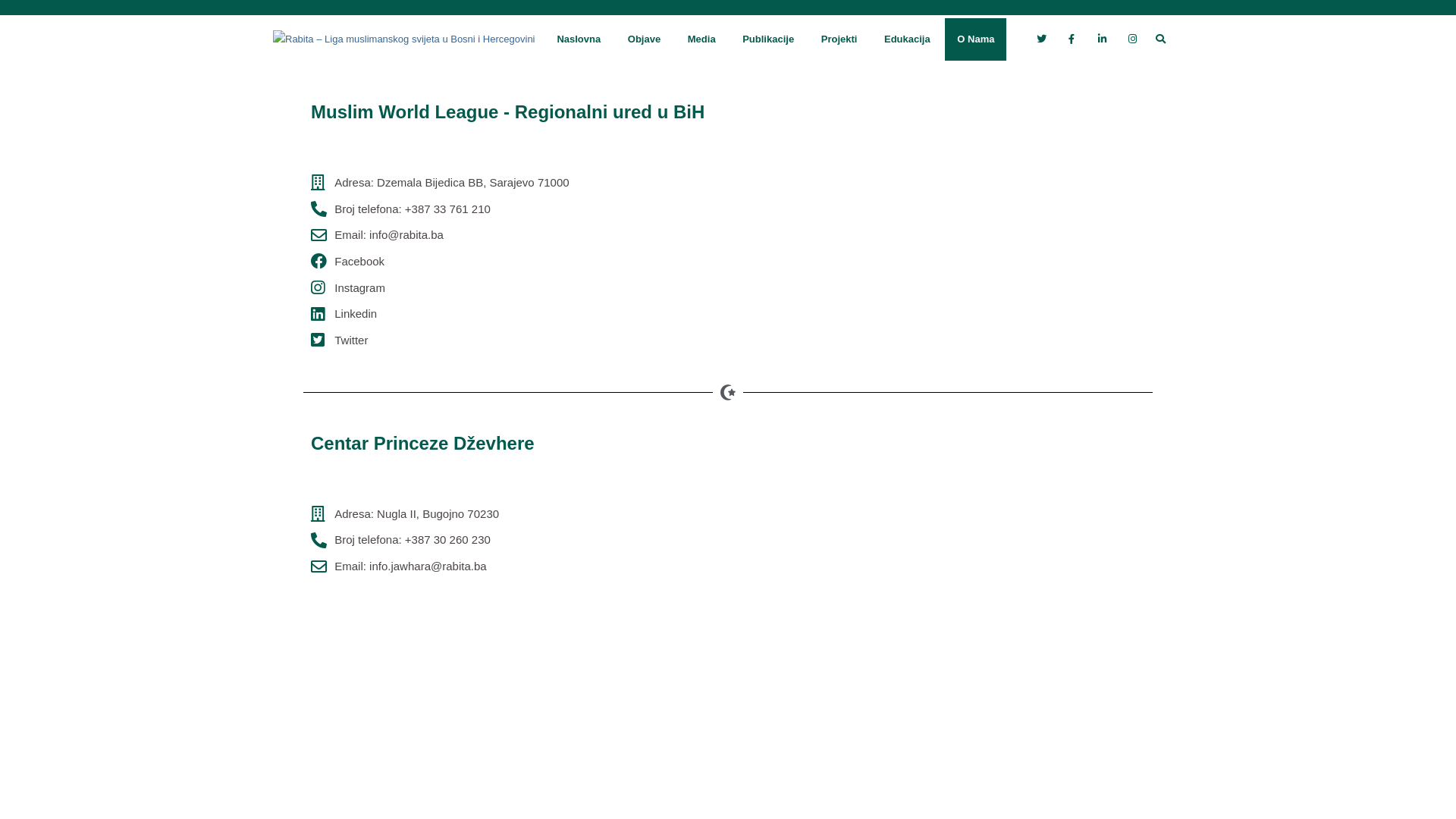 The image size is (1456, 819). I want to click on 'Linkedin', so click(309, 312).